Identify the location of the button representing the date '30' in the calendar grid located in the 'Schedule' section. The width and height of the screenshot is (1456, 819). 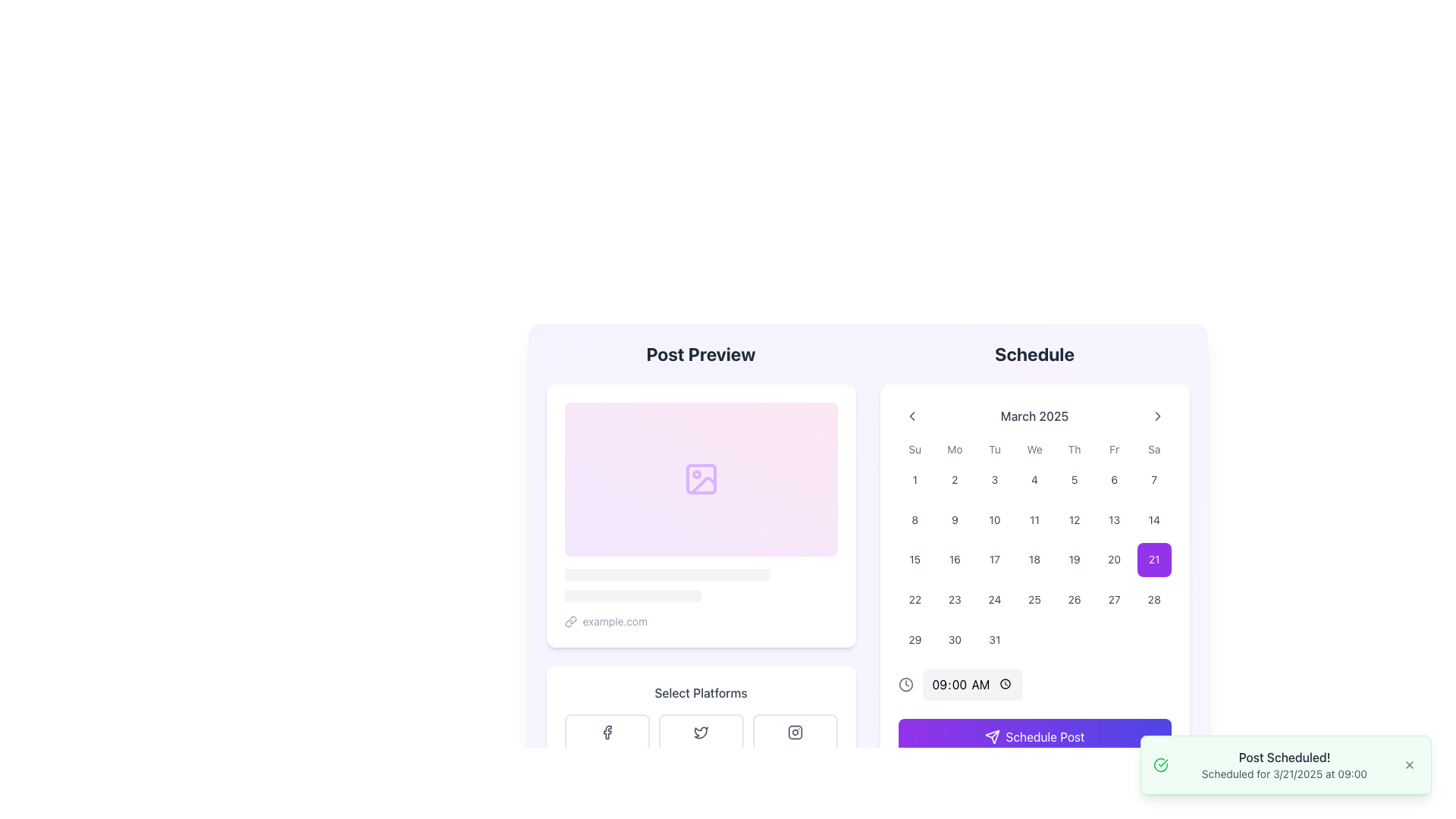
(954, 639).